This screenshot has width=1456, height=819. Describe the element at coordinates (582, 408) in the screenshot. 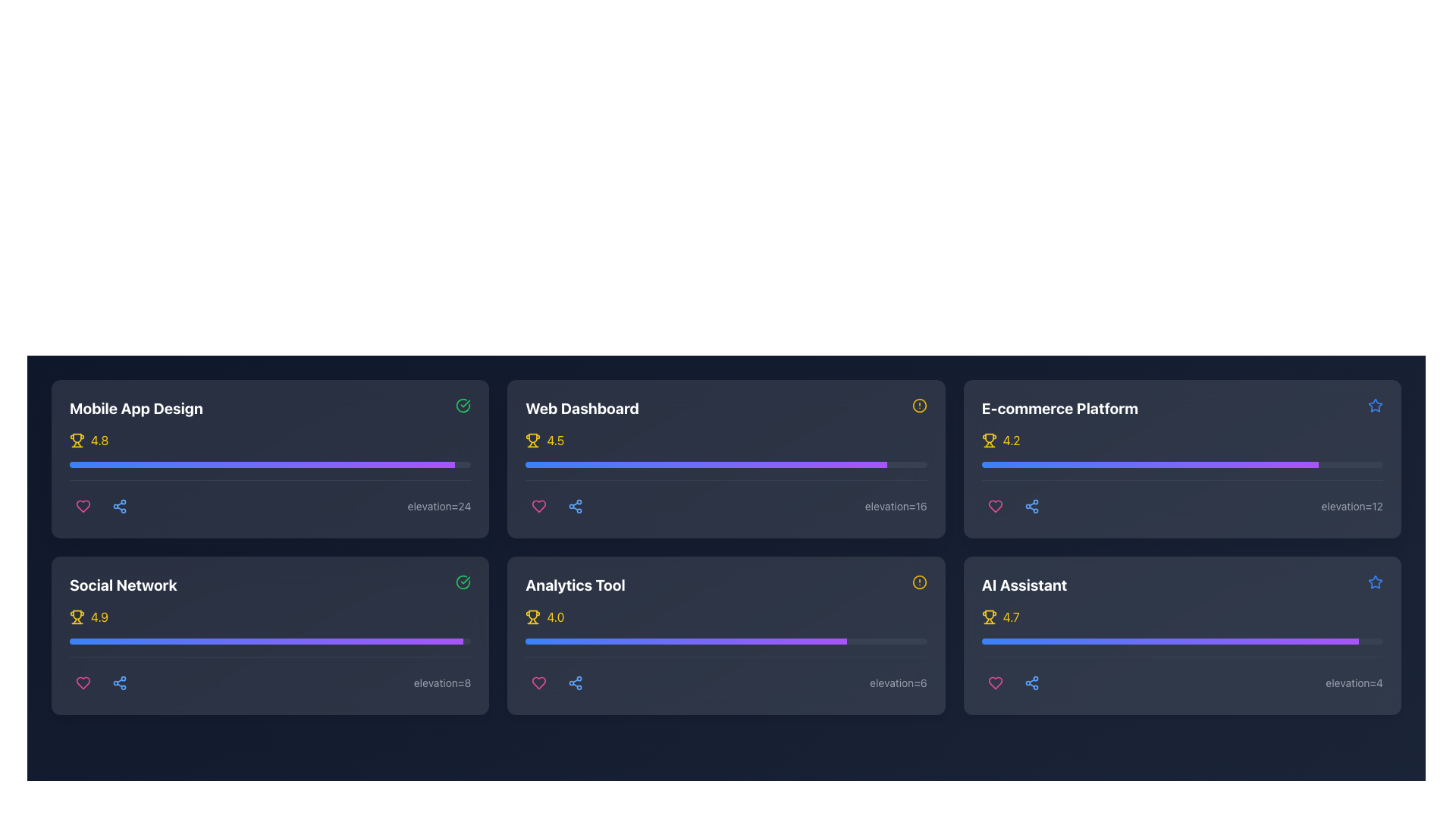

I see `text label 'Web Dashboard' located at the top-left section of the second card in the horizontal list of cards` at that location.